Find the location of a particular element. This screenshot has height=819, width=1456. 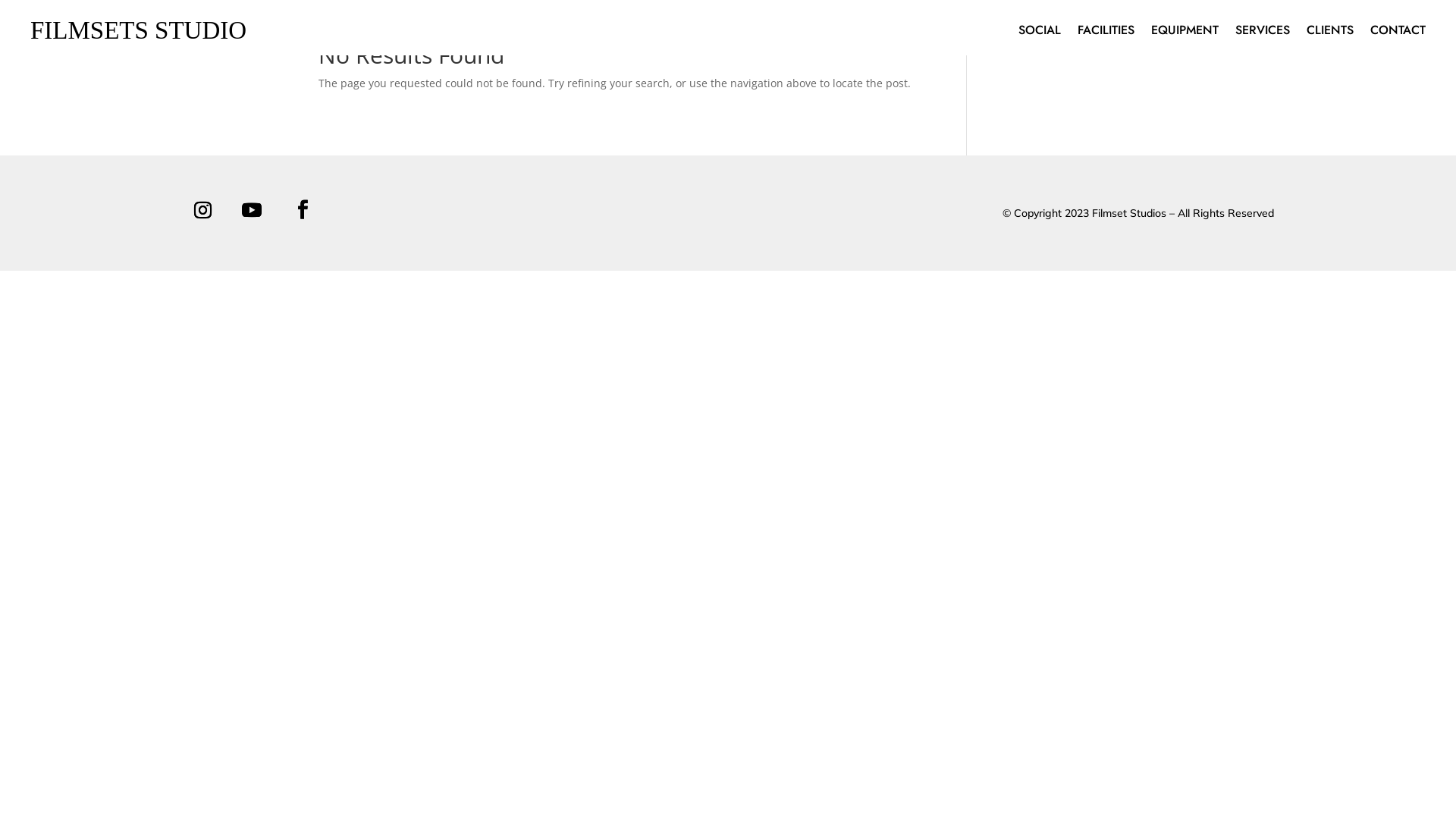

'SOCIAL' is located at coordinates (1018, 33).